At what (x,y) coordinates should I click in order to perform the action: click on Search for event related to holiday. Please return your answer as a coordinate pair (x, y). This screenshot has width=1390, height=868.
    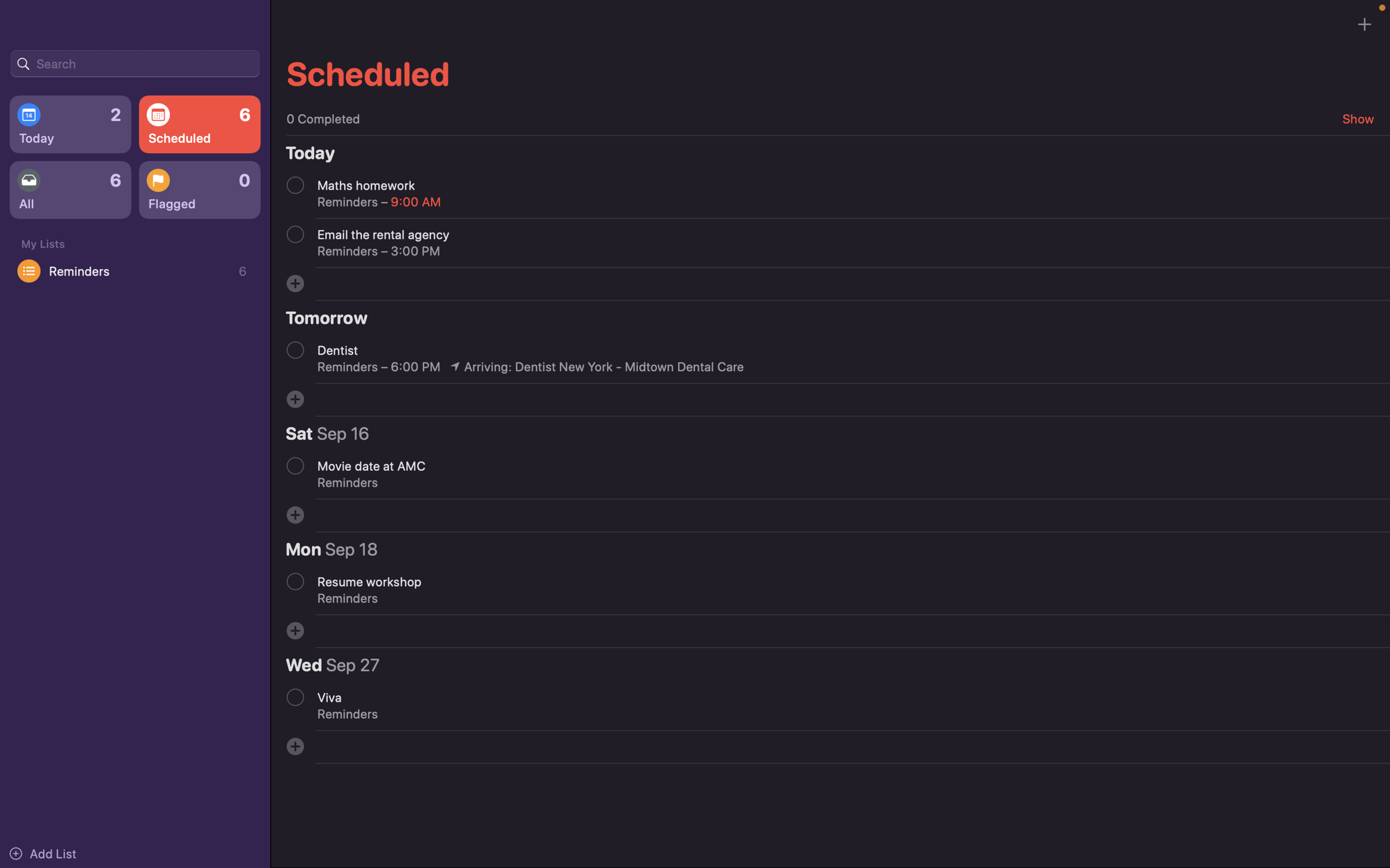
    Looking at the image, I should click on (134, 62).